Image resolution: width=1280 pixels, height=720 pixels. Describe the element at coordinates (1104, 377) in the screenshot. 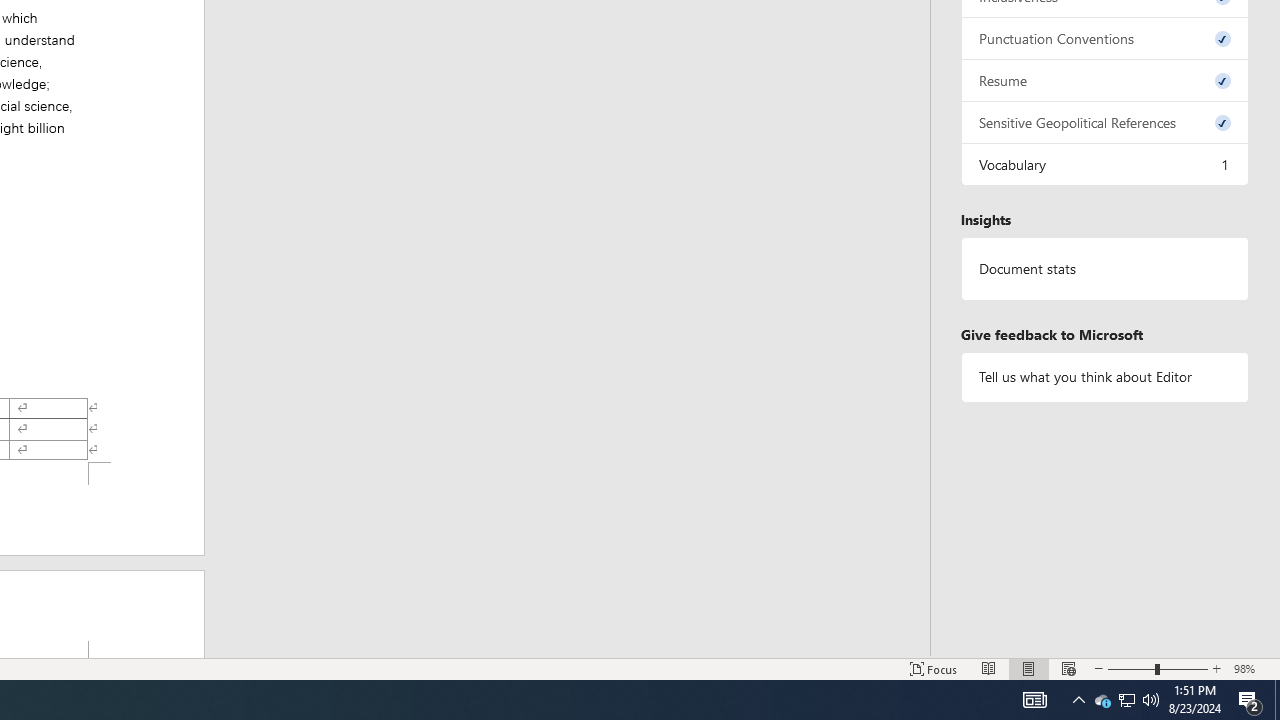

I see `'Tell us what you think about Editor'` at that location.